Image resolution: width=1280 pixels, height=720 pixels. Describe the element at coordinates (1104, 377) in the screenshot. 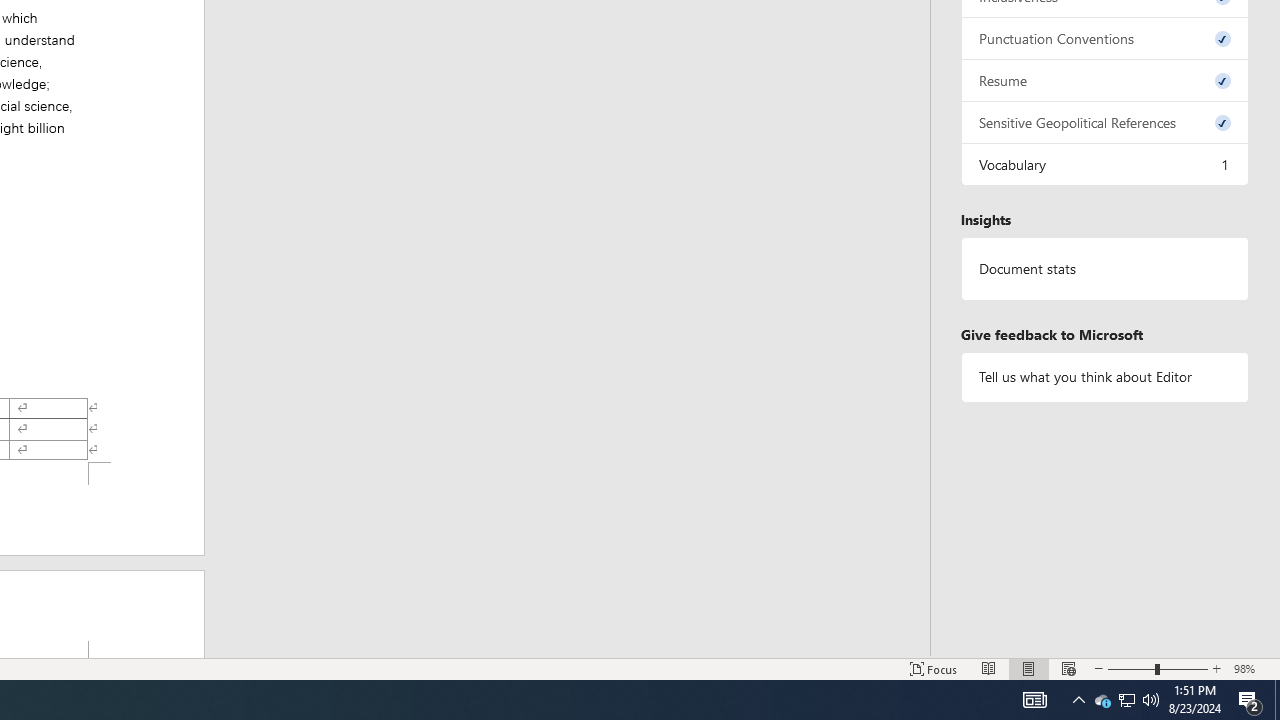

I see `'Tell us what you think about Editor'` at that location.